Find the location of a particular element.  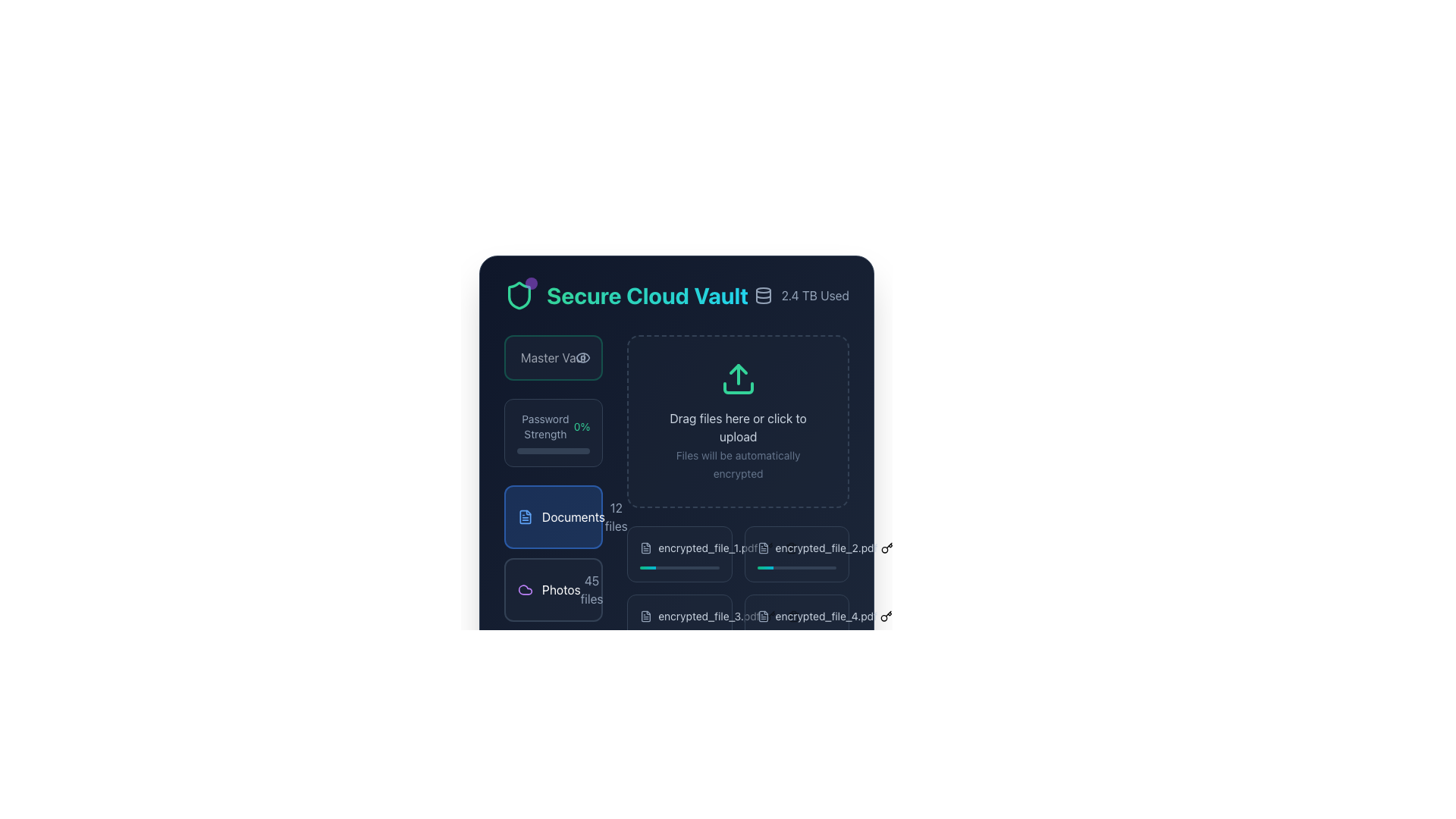

the text label representing the file 'encrypted_file_3.pdf', which is located in the Documents section and positioned between a document icon and 'encrypted_file_4.pdf' is located at coordinates (708, 617).